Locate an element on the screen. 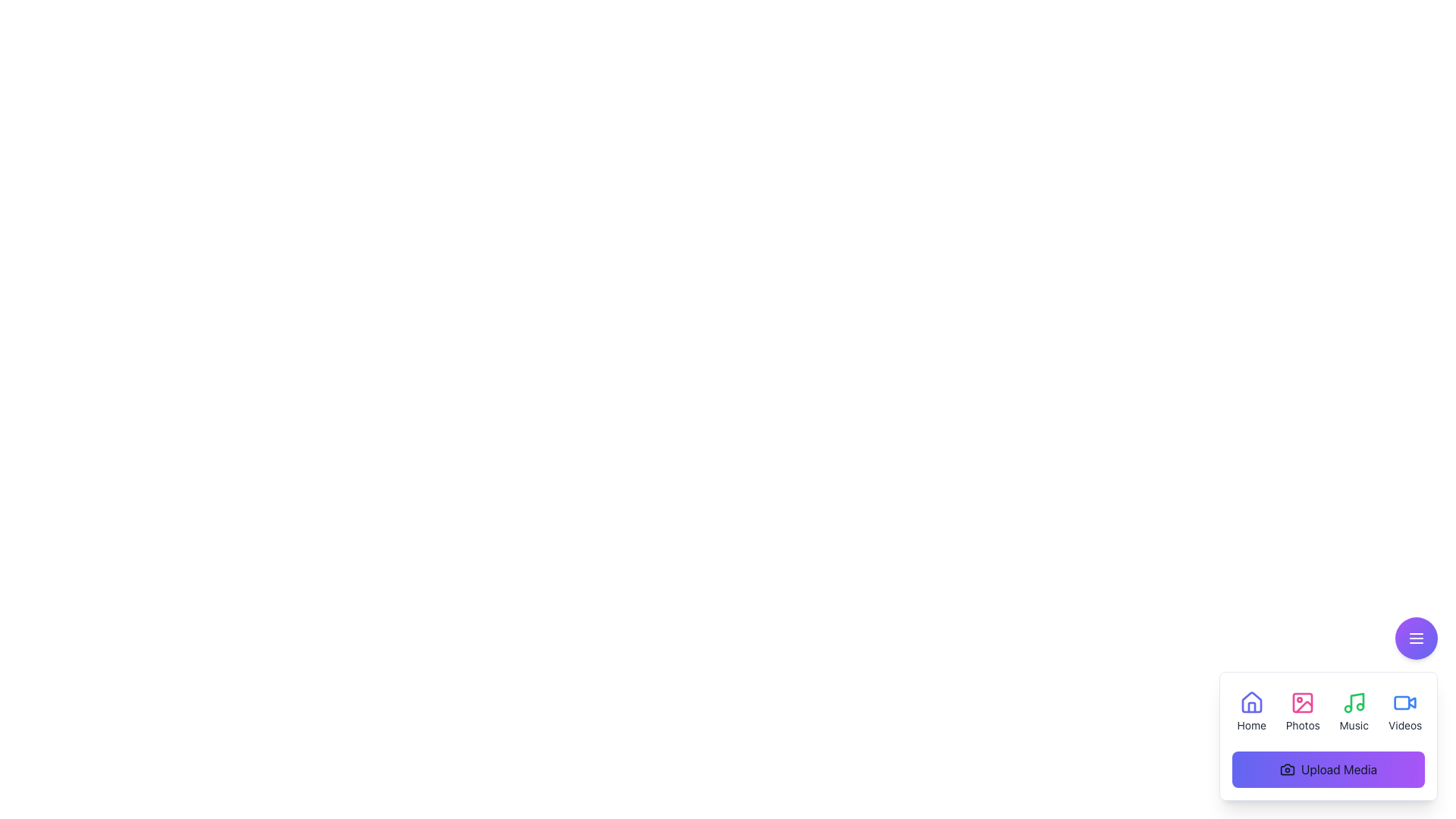 The image size is (1456, 819). the indigo house-shaped icon in the bottom-right navigation menu is located at coordinates (1251, 702).